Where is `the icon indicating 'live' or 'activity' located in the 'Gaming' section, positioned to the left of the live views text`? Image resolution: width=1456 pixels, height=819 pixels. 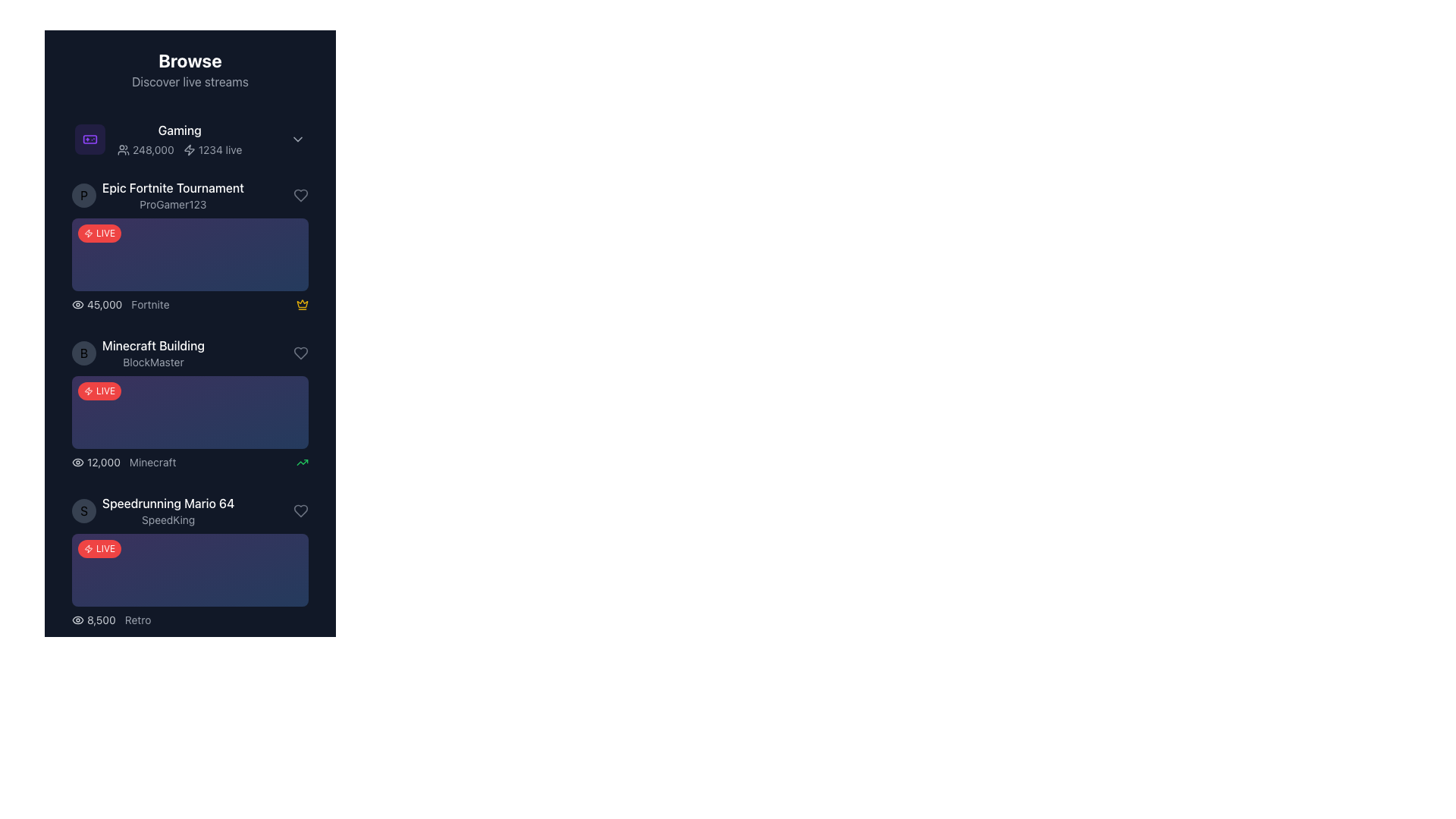 the icon indicating 'live' or 'activity' located in the 'Gaming' section, positioned to the left of the live views text is located at coordinates (87, 234).